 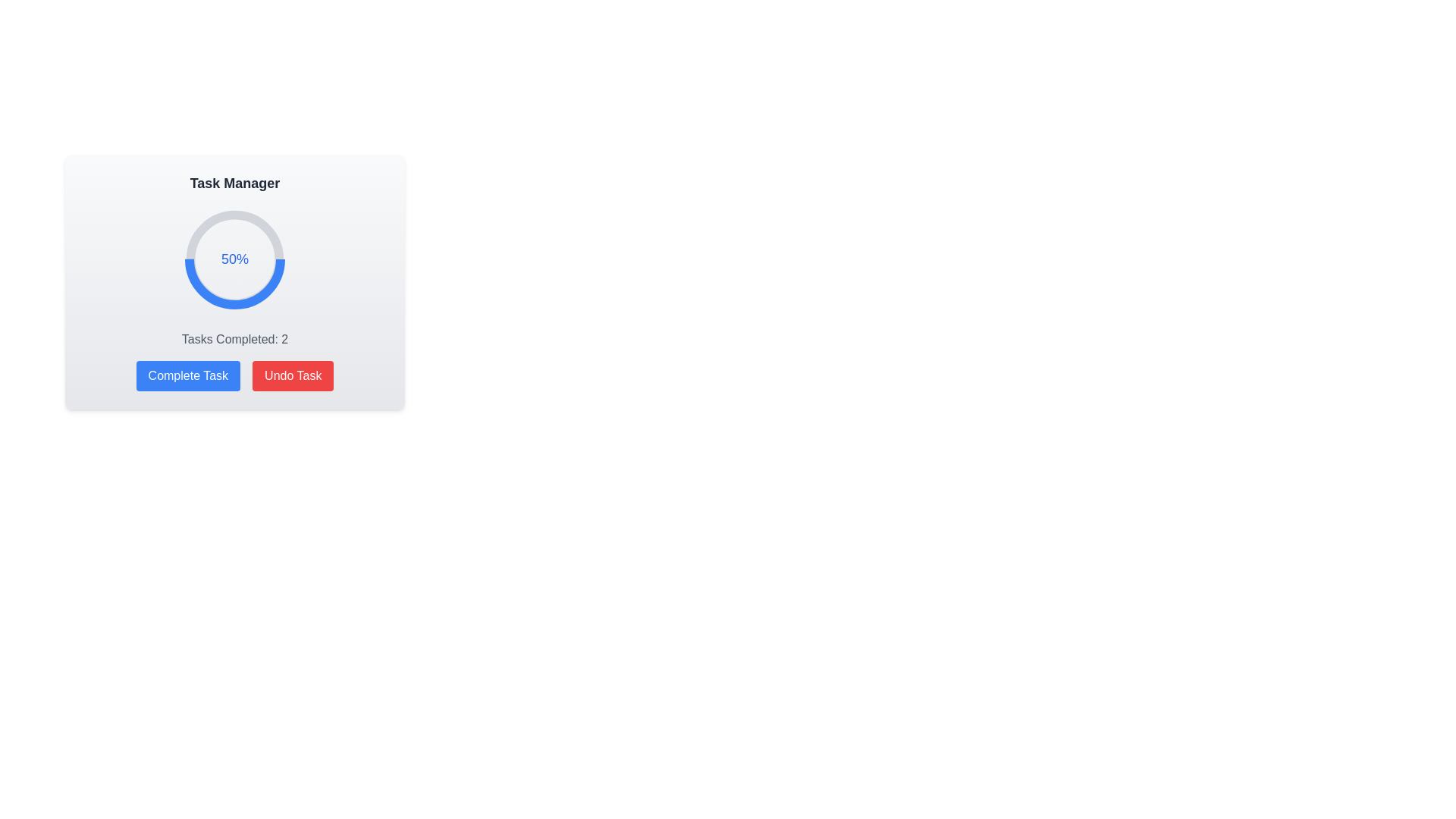 What do you see at coordinates (234, 259) in the screenshot?
I see `the circular progress indicator located centrally within the dashboard card to visually represent progress or completion percentage` at bounding box center [234, 259].